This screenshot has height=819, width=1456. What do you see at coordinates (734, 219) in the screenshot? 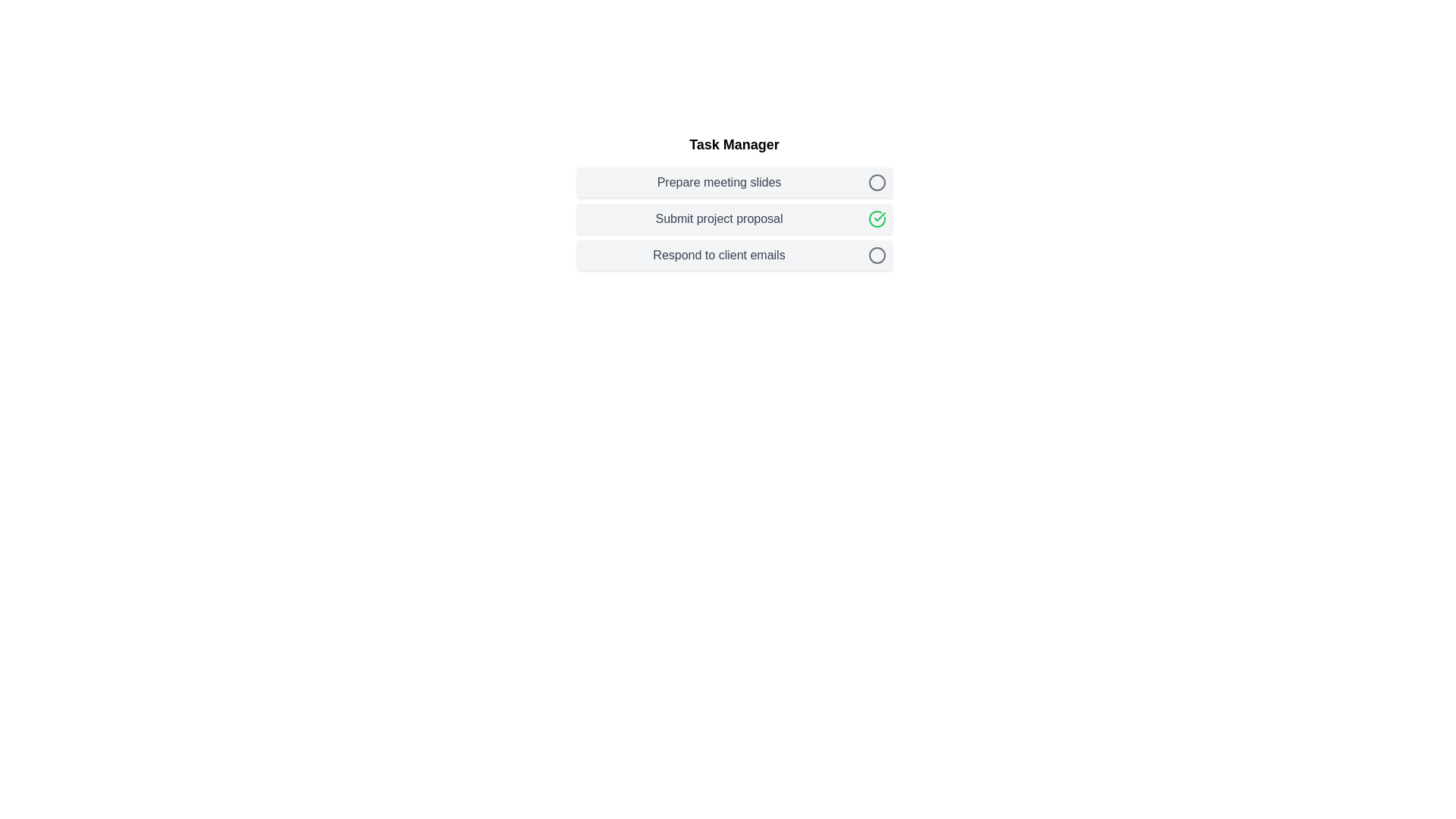
I see `the green check mark of the completed task 'Submit project proposal' to interact with it` at bounding box center [734, 219].